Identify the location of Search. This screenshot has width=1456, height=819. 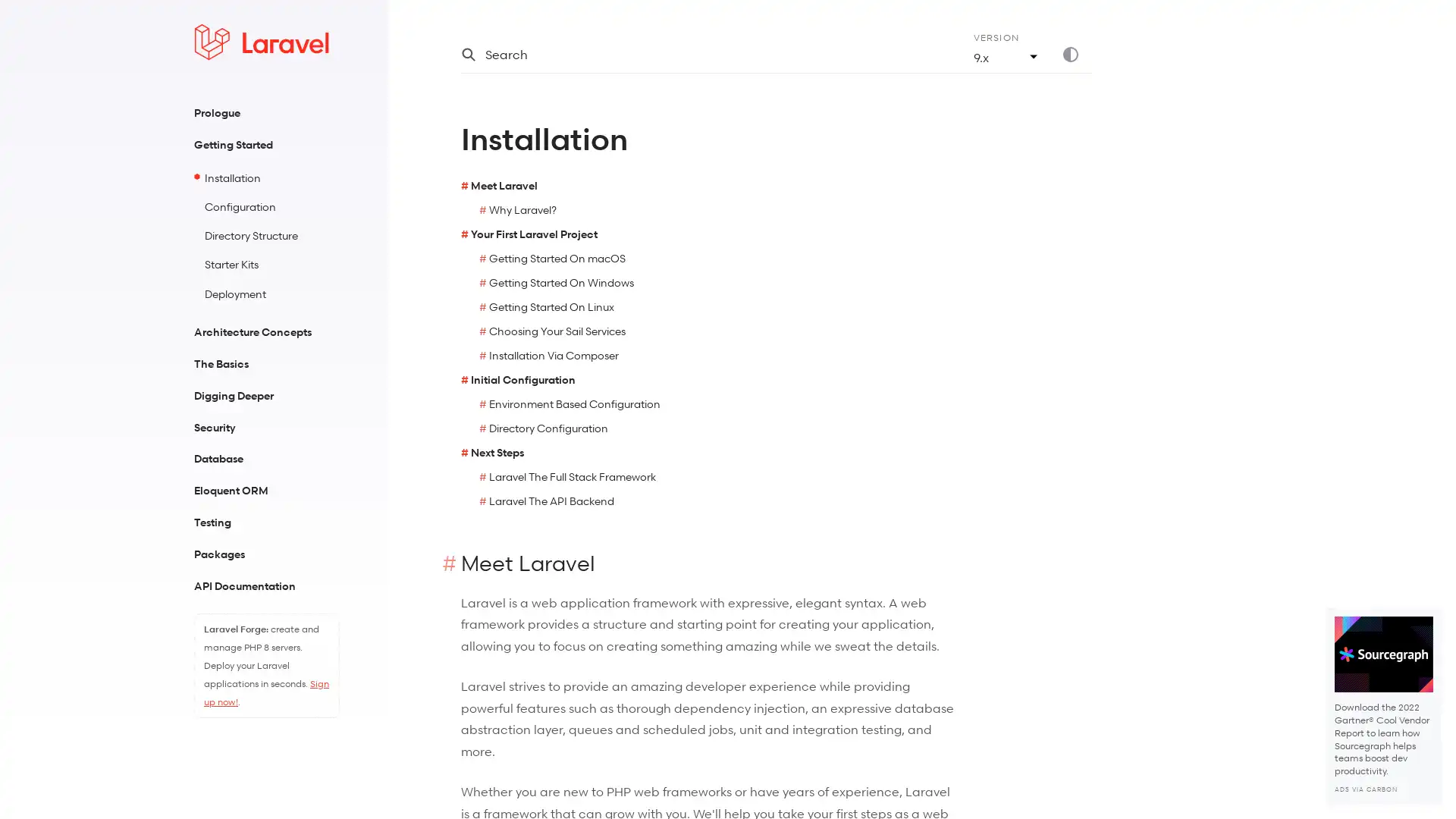
(698, 54).